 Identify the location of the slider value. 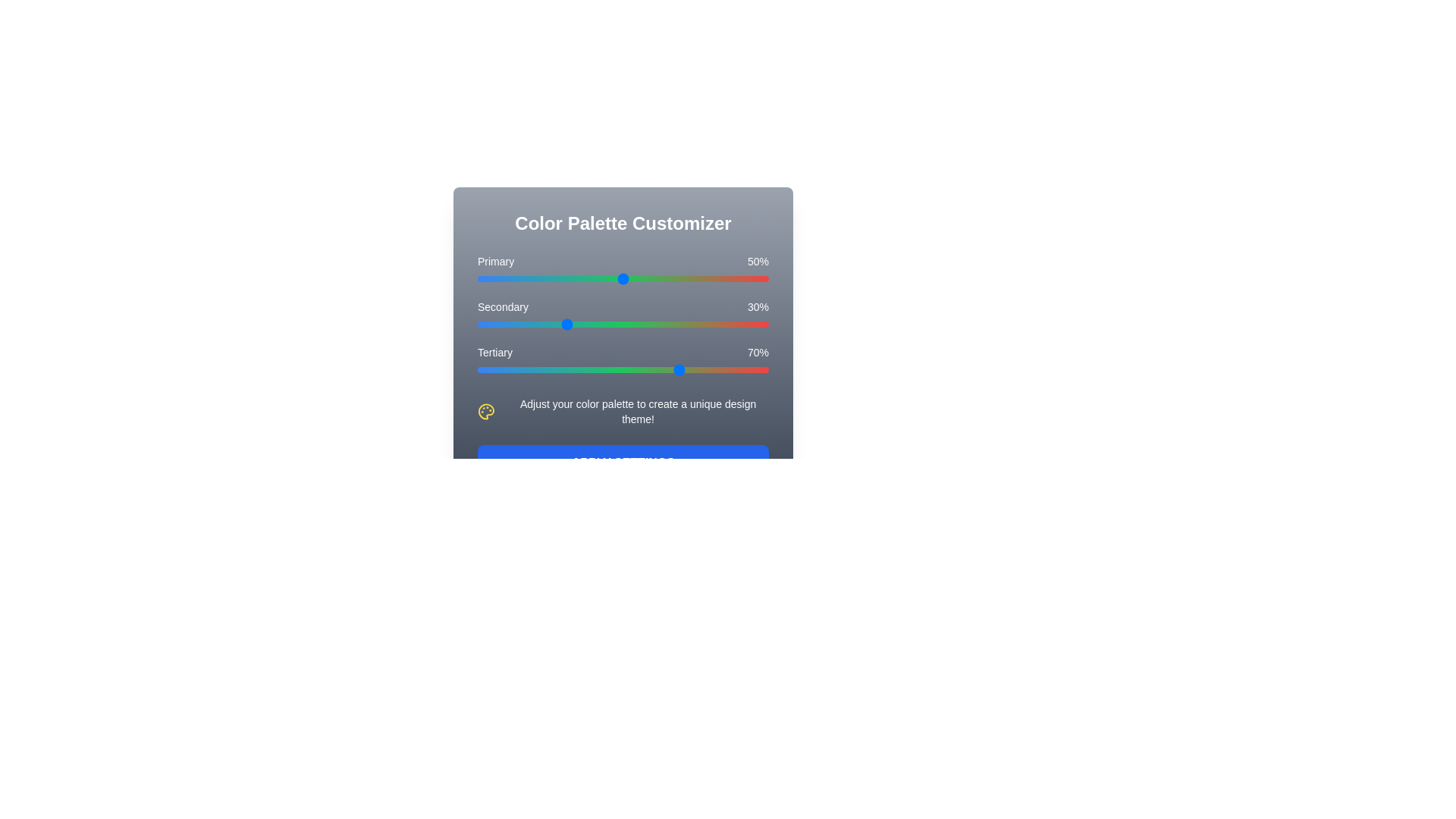
(527, 324).